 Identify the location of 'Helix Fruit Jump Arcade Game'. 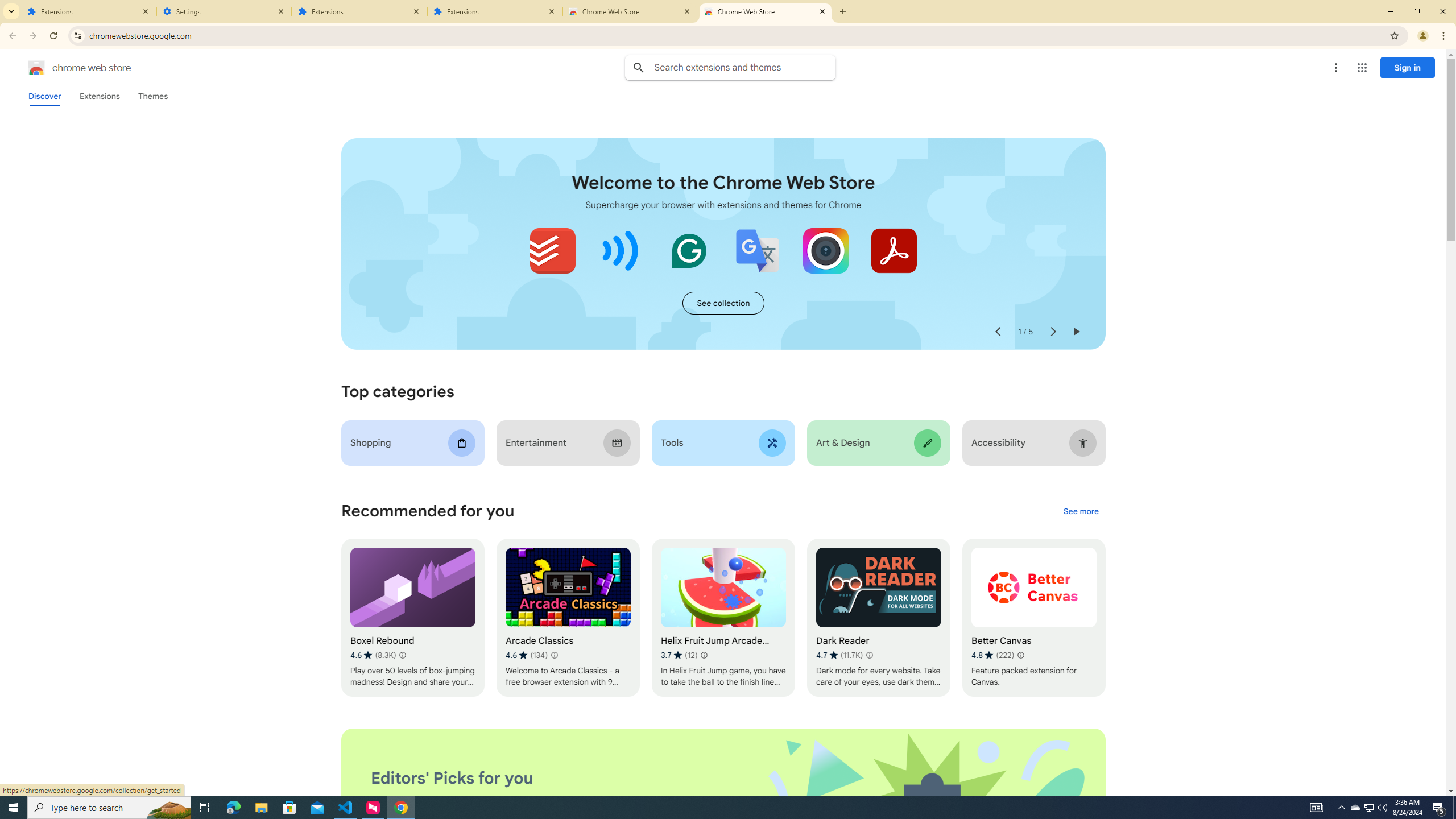
(723, 617).